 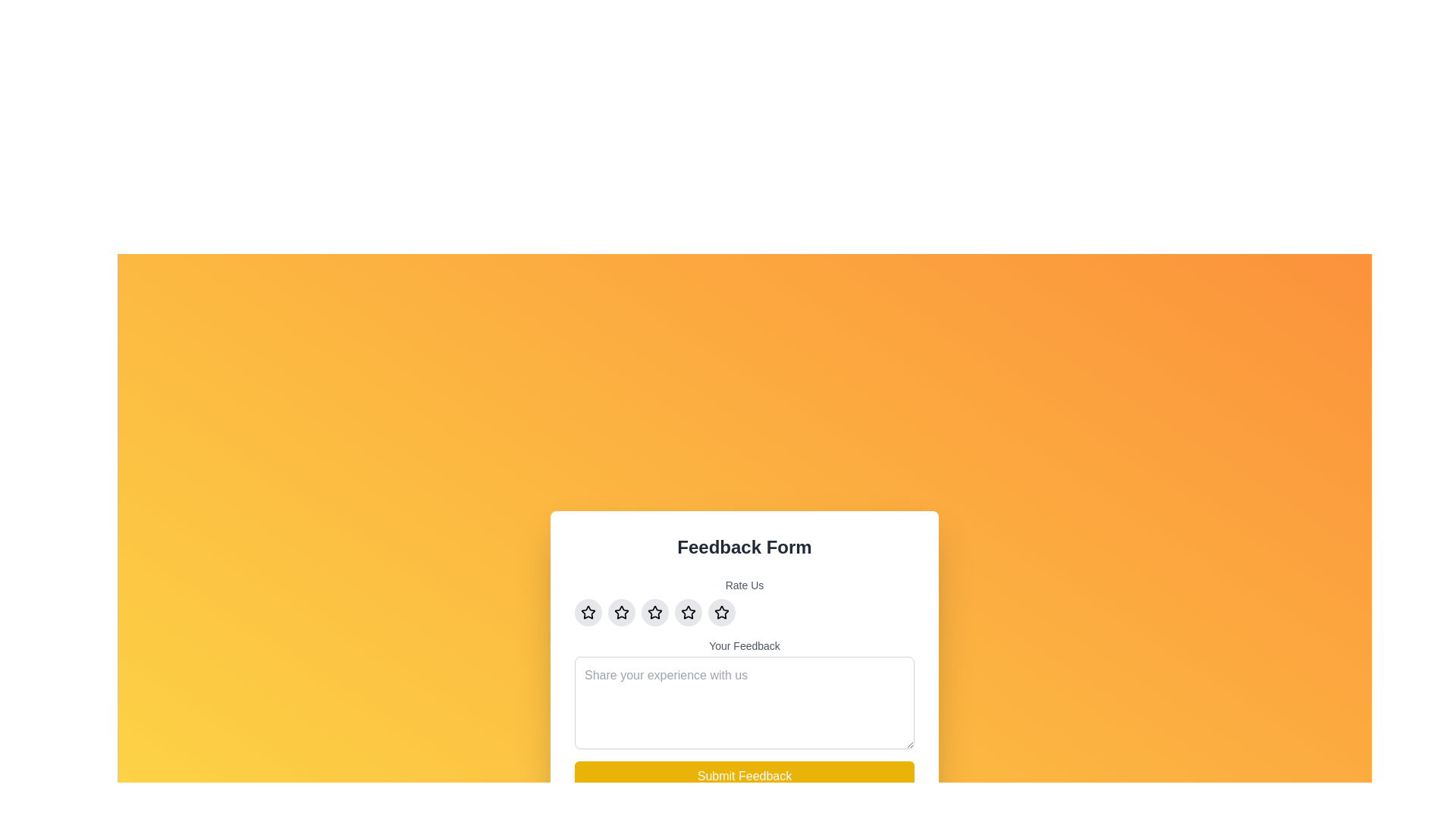 I want to click on the third star button with a light gray background and a black outlined star icon in the 'Rate Us' section to interact with it, so click(x=655, y=611).